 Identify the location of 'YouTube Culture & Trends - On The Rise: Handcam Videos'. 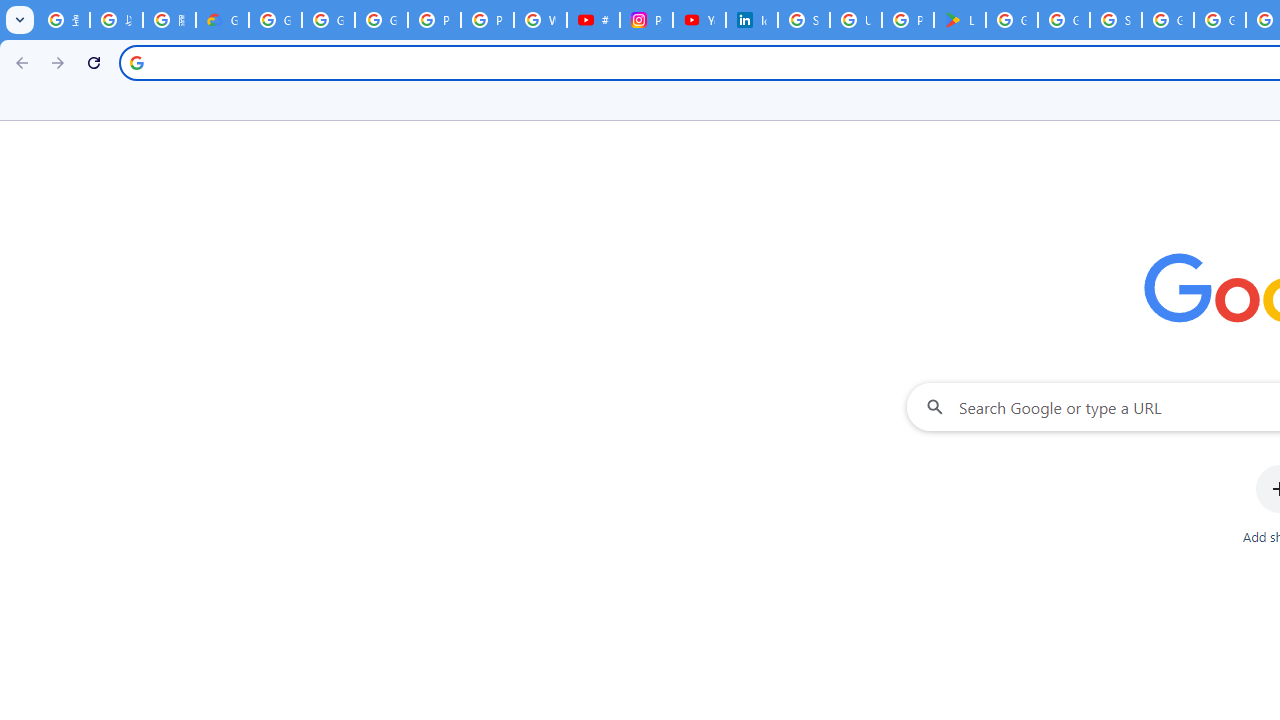
(699, 20).